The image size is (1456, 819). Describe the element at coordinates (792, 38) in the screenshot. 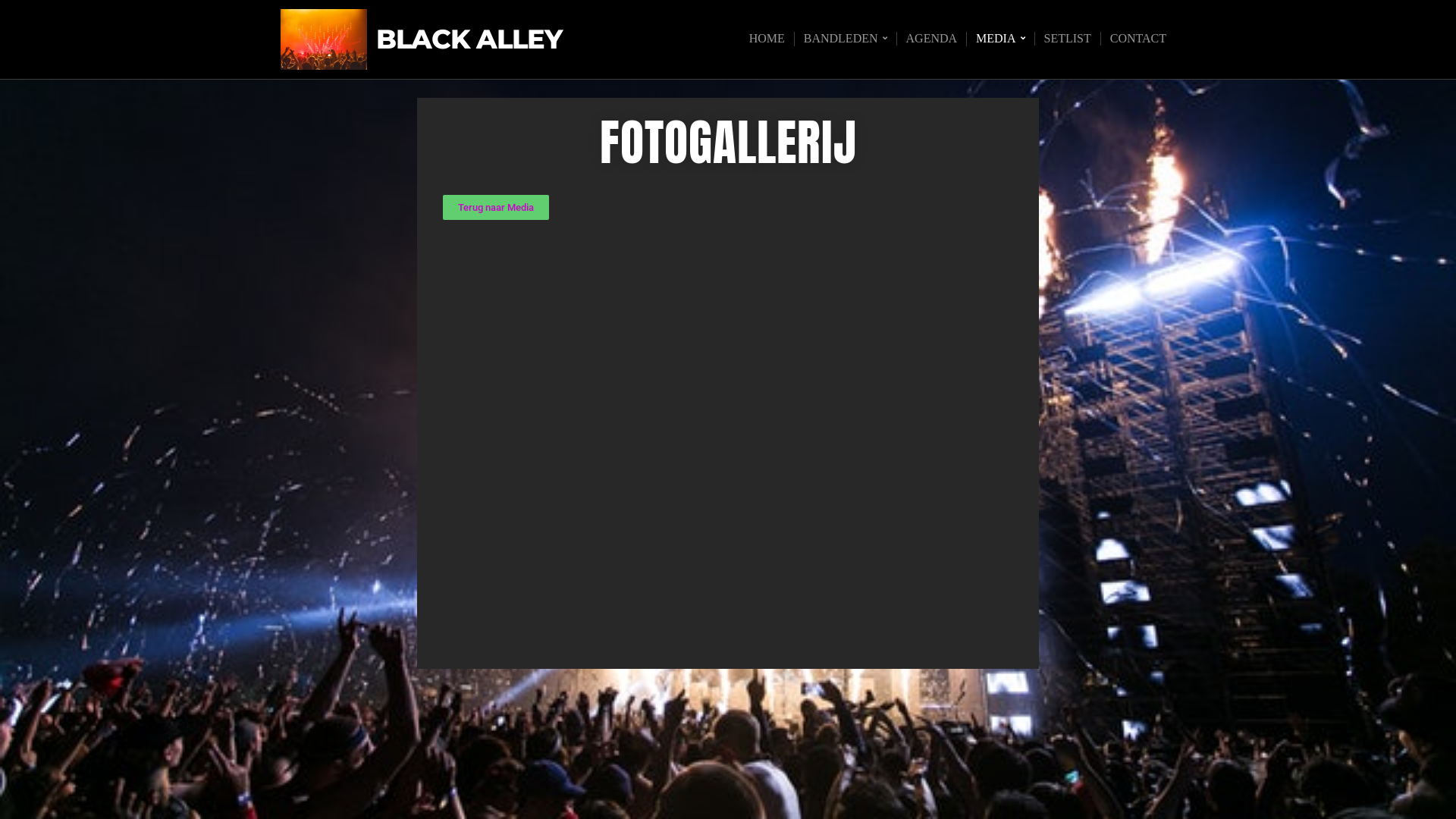

I see `'BANDLEDEN'` at that location.